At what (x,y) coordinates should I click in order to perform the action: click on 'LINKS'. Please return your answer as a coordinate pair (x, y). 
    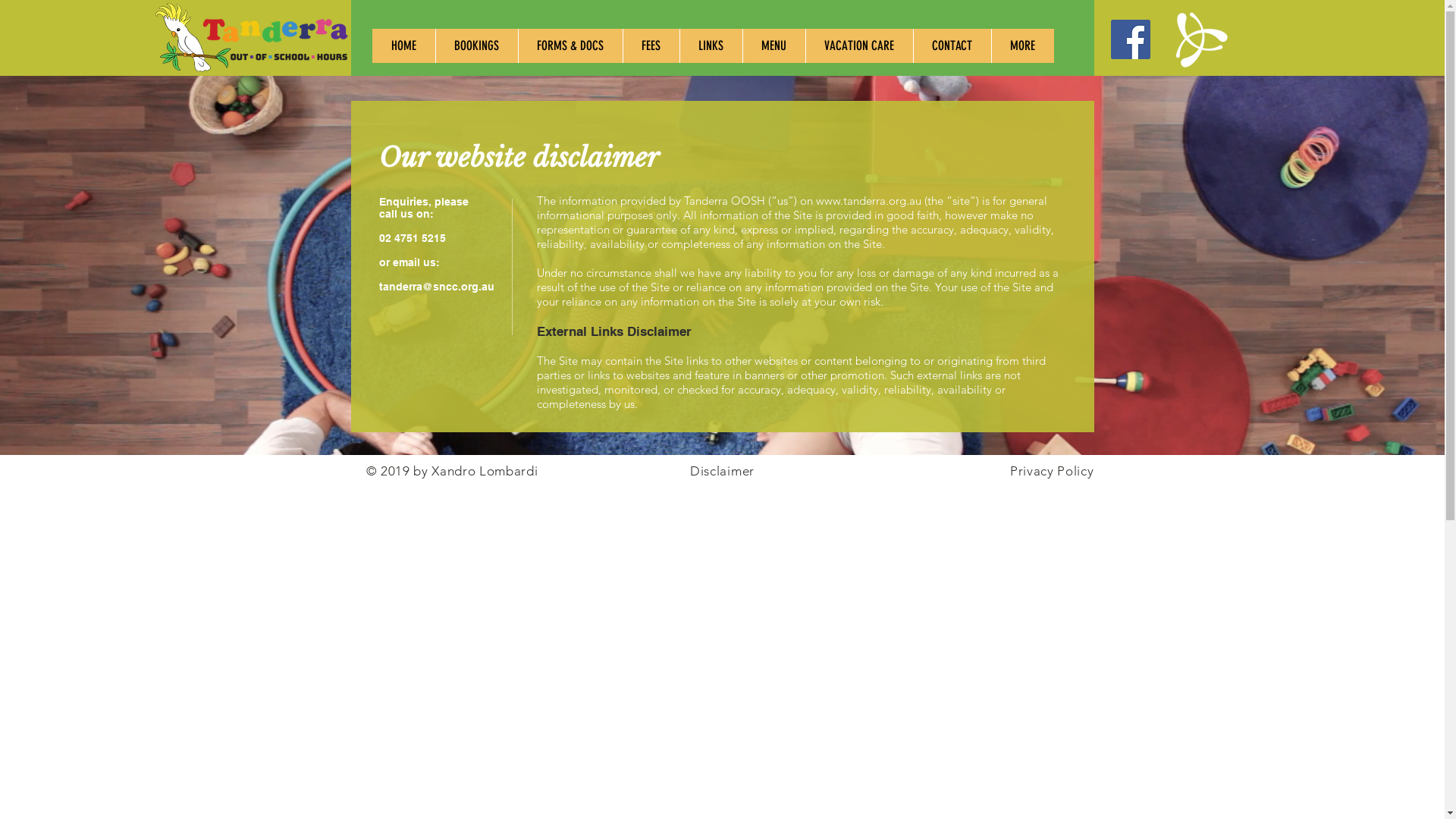
    Looking at the image, I should click on (710, 45).